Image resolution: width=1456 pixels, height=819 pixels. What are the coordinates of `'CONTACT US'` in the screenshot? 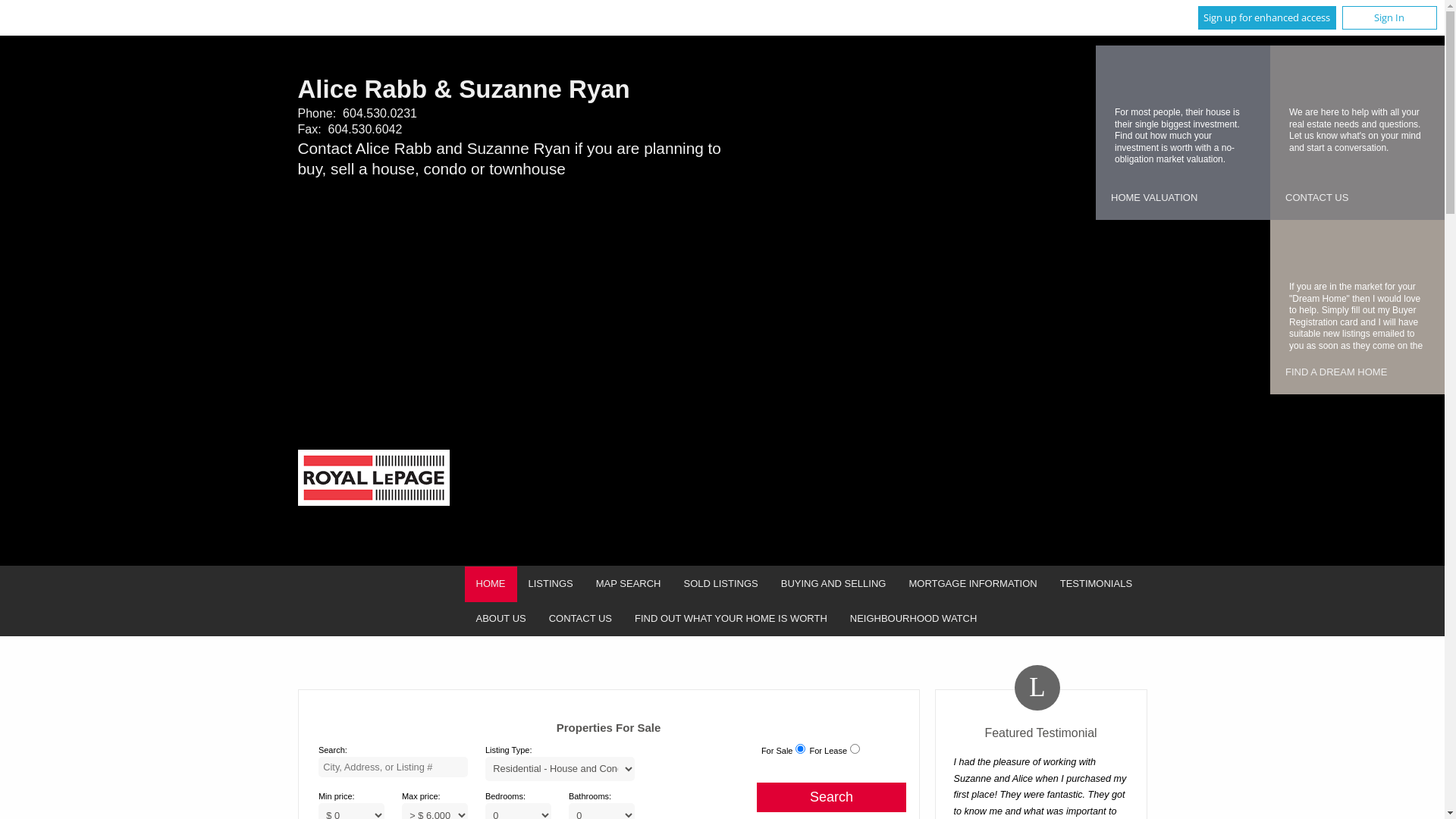 It's located at (538, 619).